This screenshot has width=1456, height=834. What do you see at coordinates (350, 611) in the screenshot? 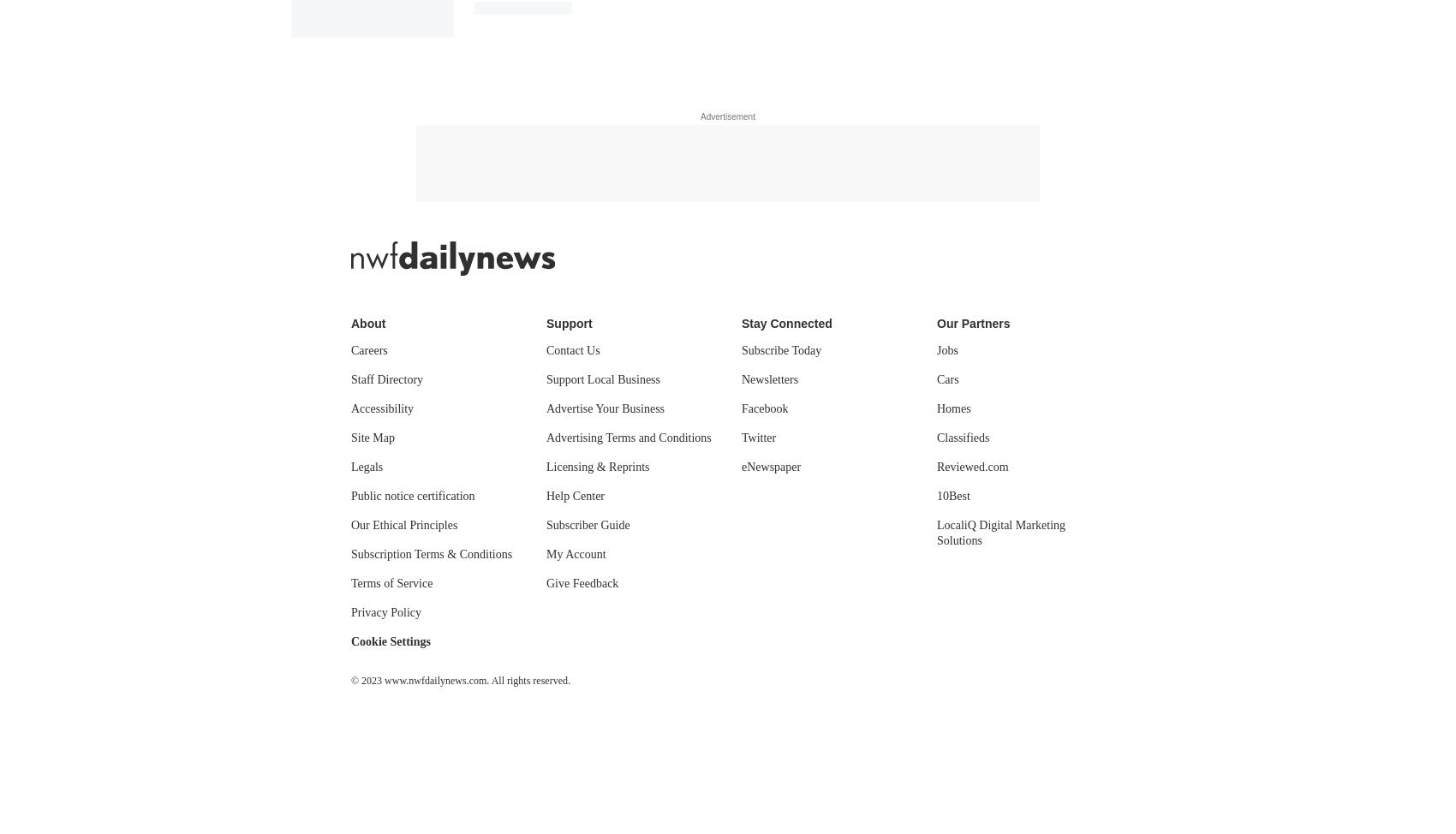
I see `'Privacy Policy'` at bounding box center [350, 611].